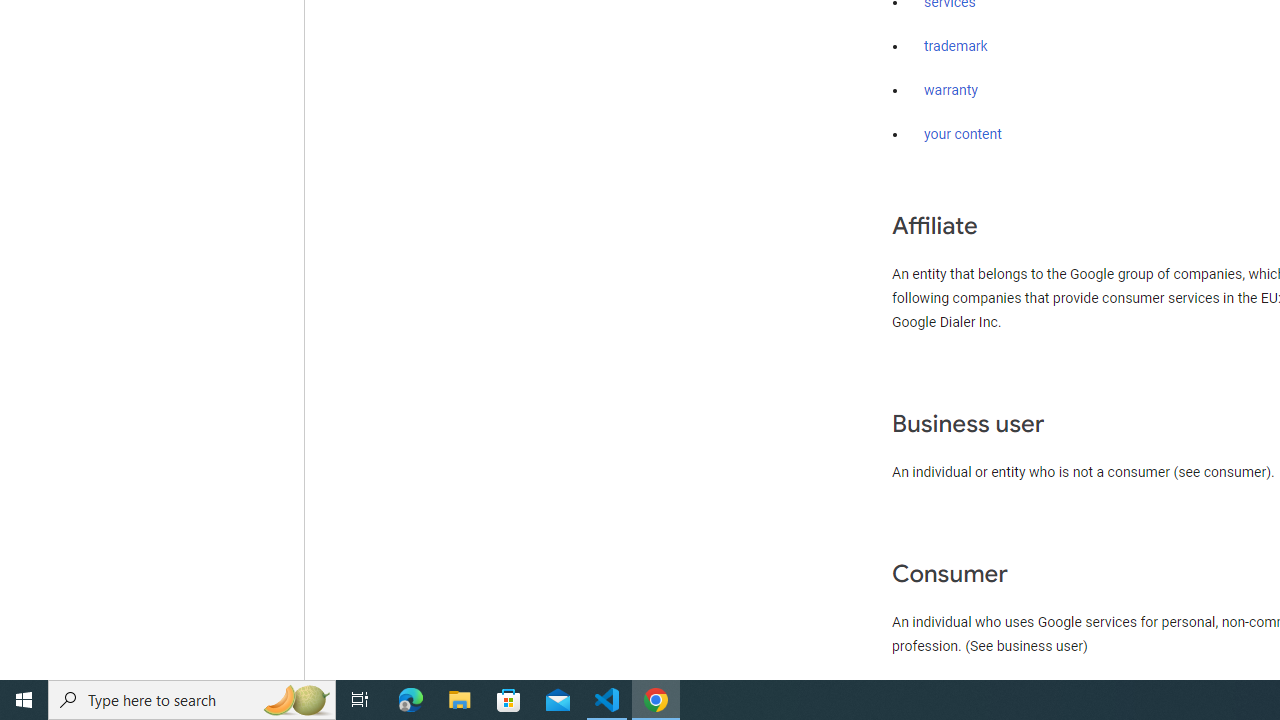 The image size is (1280, 720). I want to click on 'trademark', so click(955, 46).